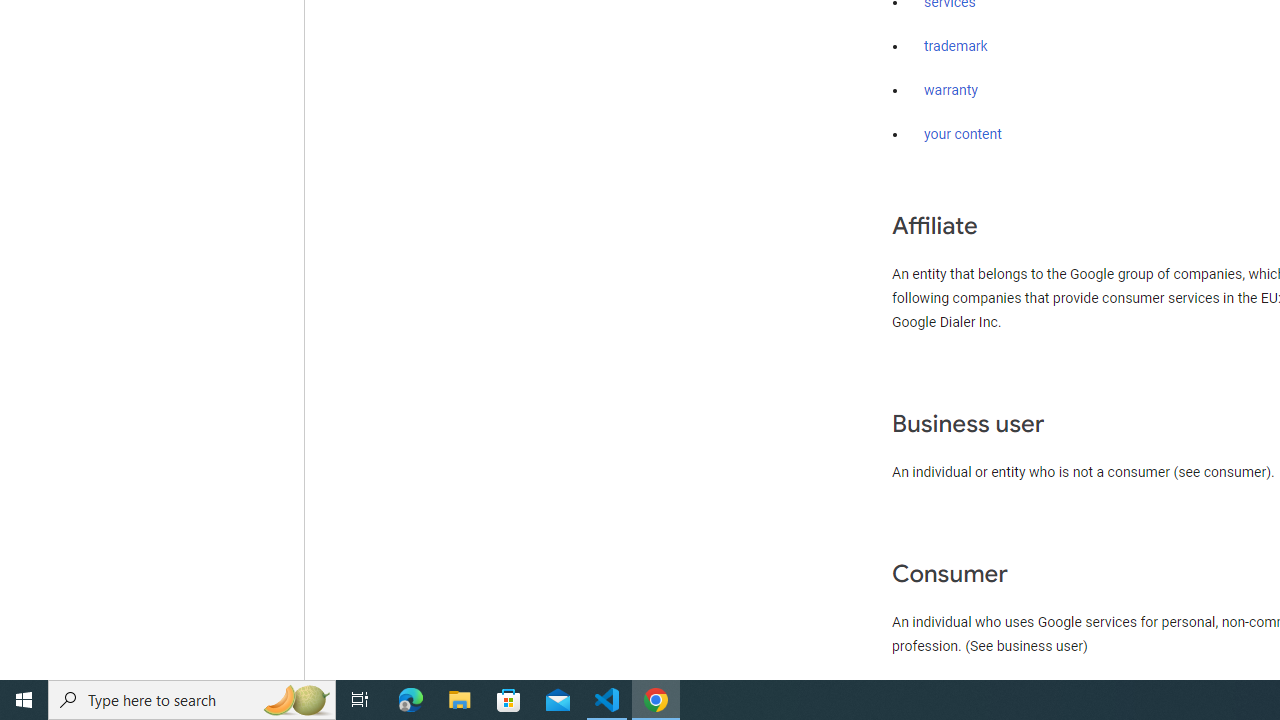 The image size is (1280, 720). I want to click on 'trademark', so click(955, 46).